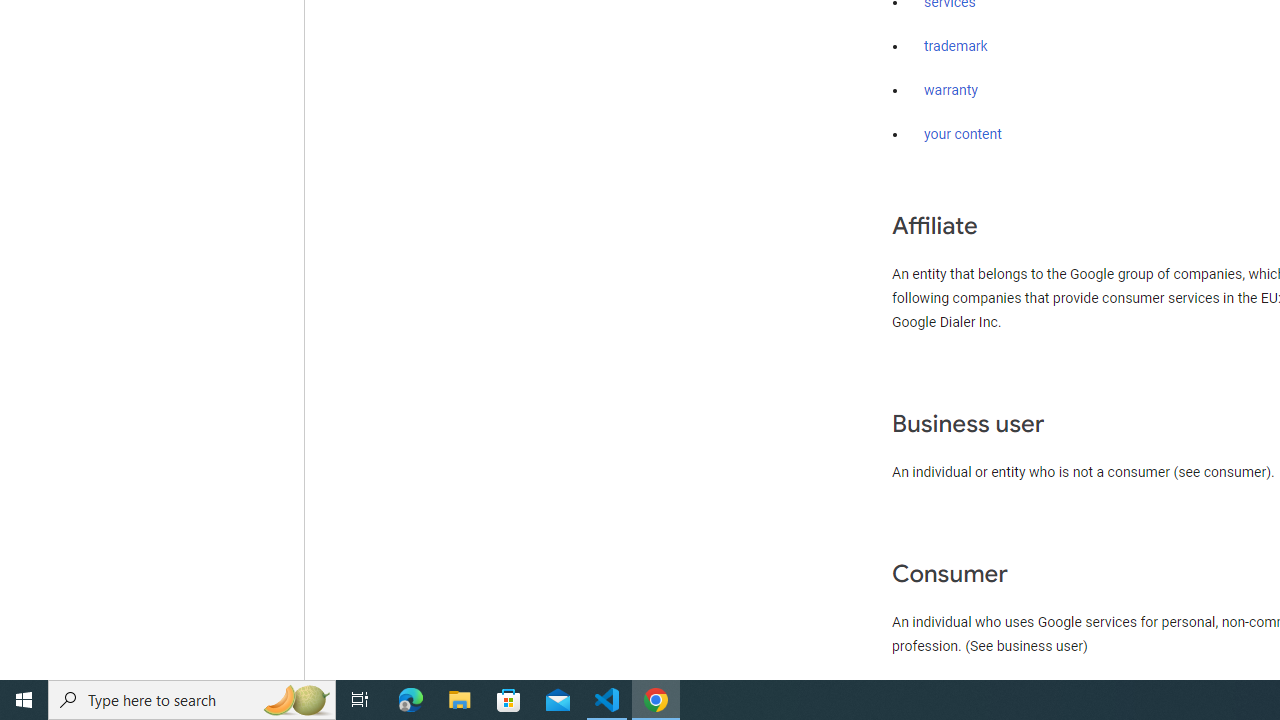 The image size is (1280, 720). I want to click on 'trademark', so click(955, 46).